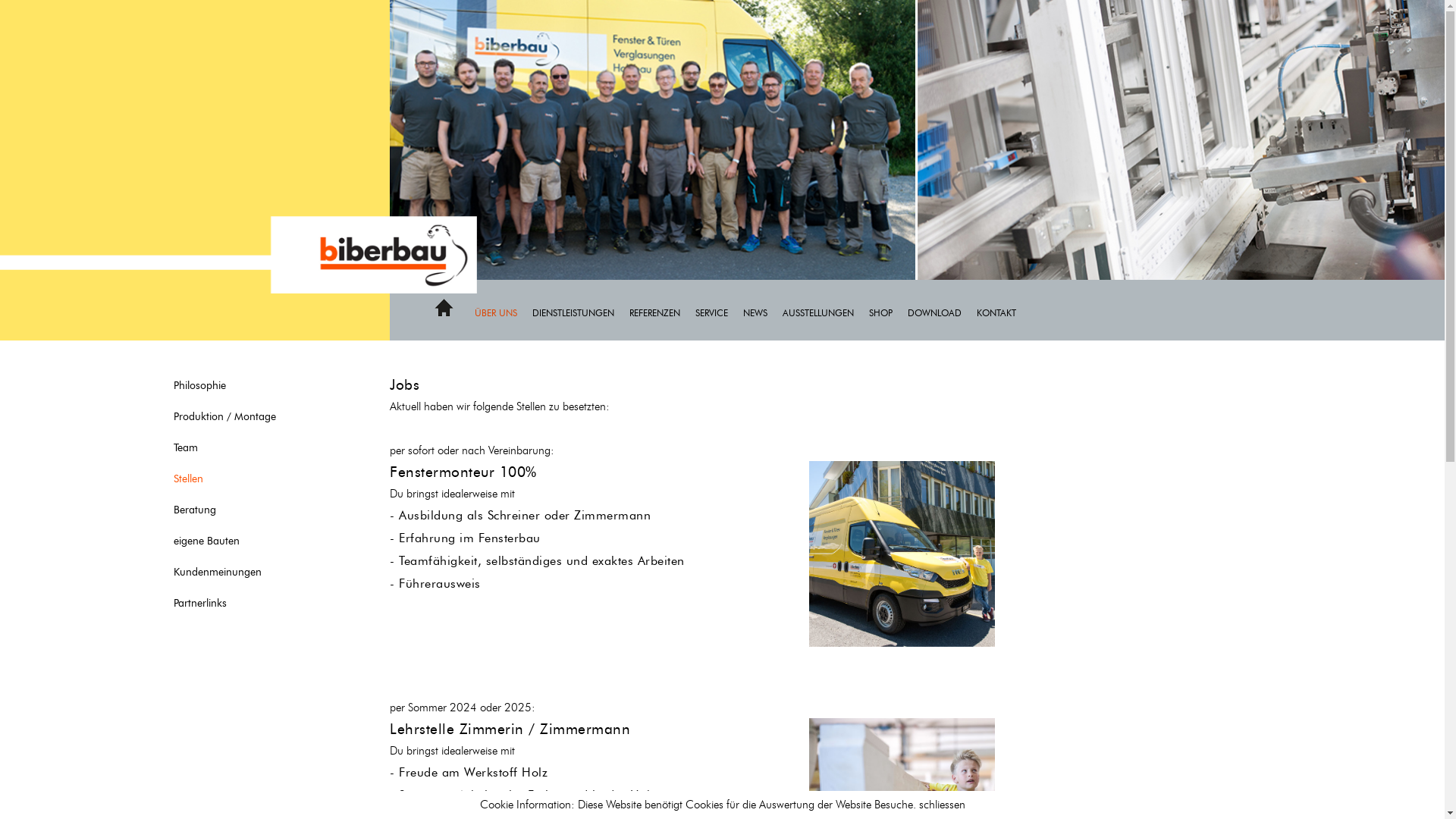 This screenshot has width=1456, height=819. What do you see at coordinates (240, 510) in the screenshot?
I see `'Beratung'` at bounding box center [240, 510].